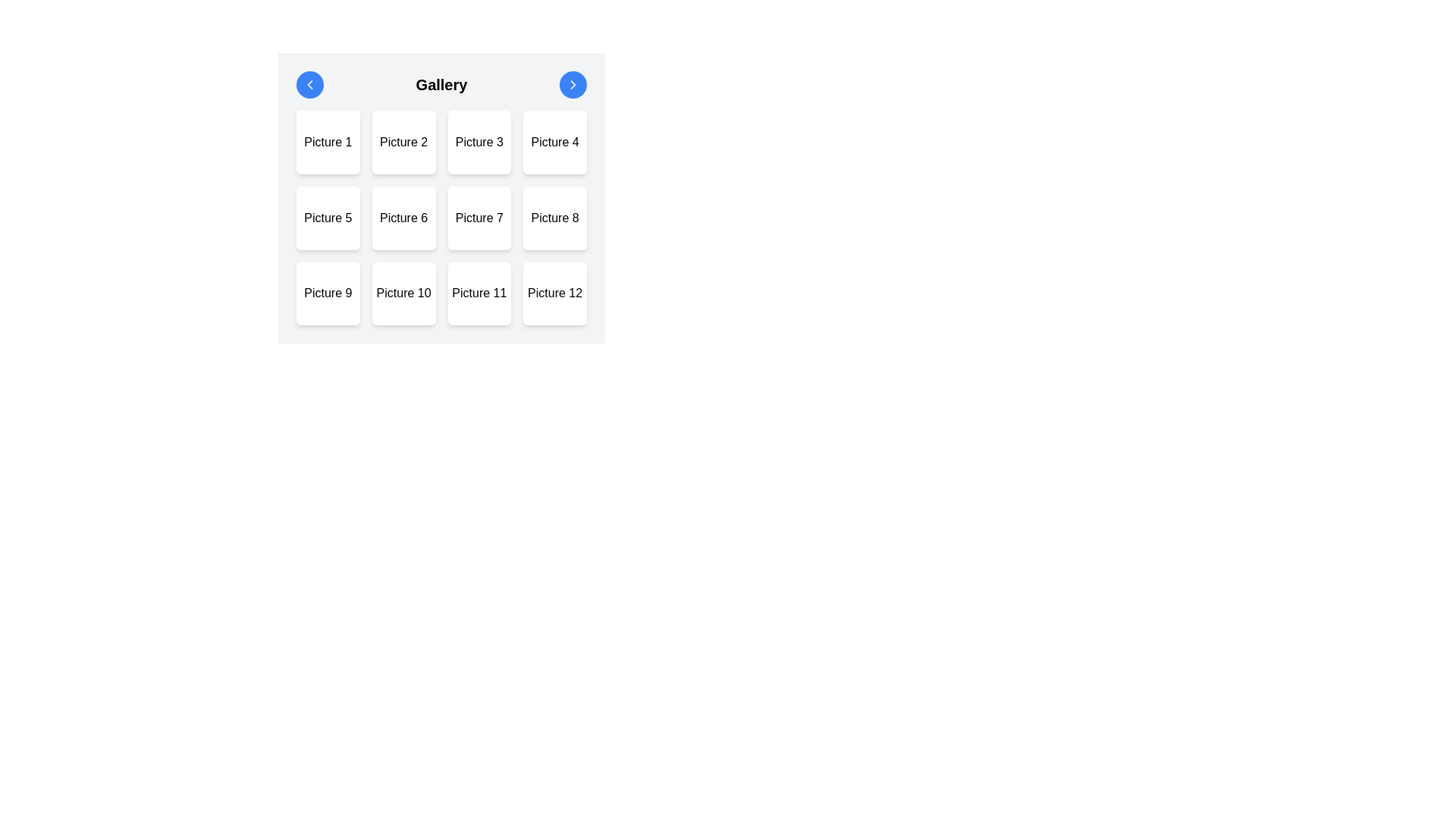 The width and height of the screenshot is (1456, 819). What do you see at coordinates (572, 84) in the screenshot?
I see `the right-facing chevron arrow icon inside the blue circular button` at bounding box center [572, 84].